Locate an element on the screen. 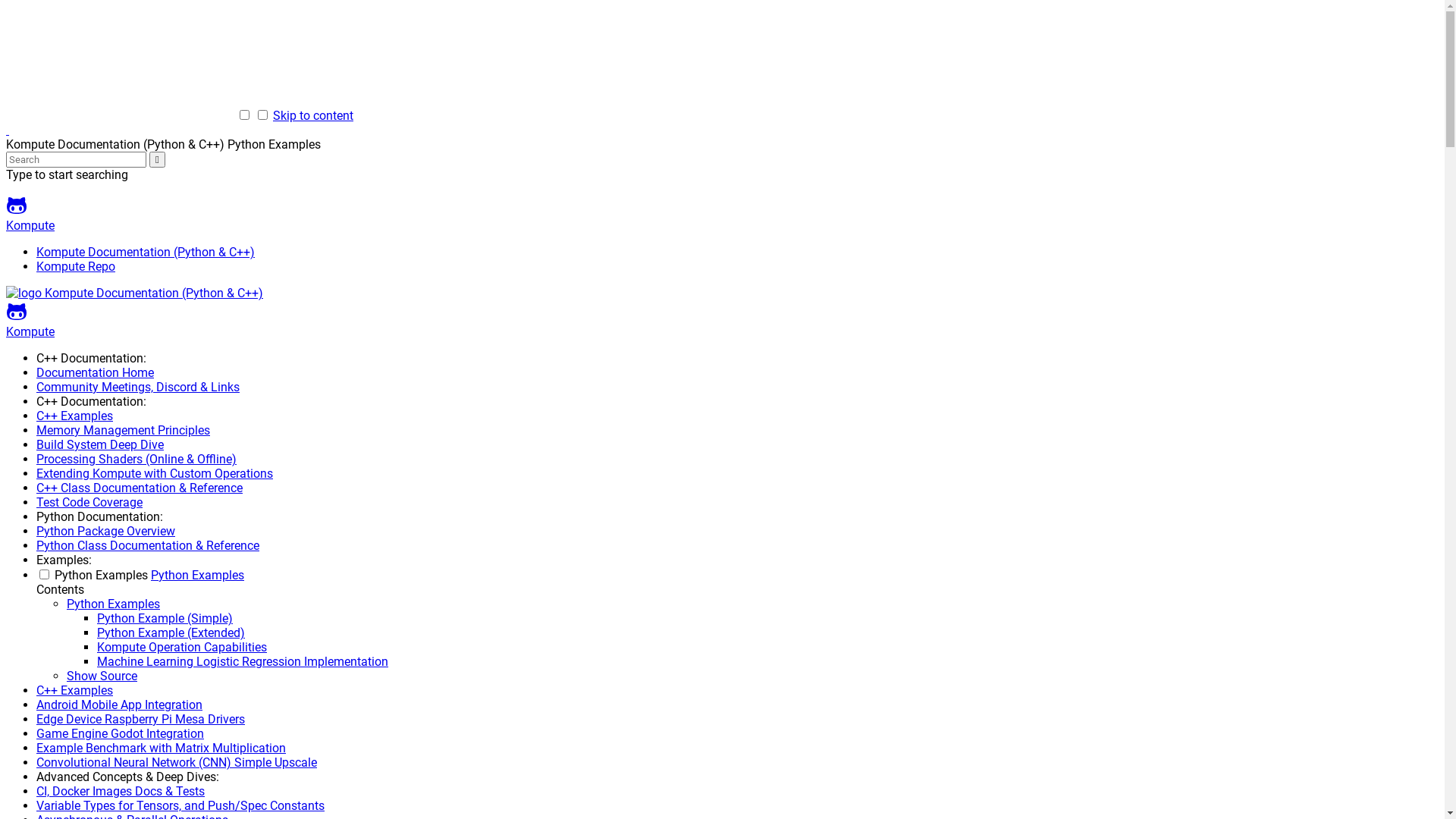 This screenshot has width=1456, height=819. 'Variable Types for Tensors, and Push/Spec Constants' is located at coordinates (180, 805).